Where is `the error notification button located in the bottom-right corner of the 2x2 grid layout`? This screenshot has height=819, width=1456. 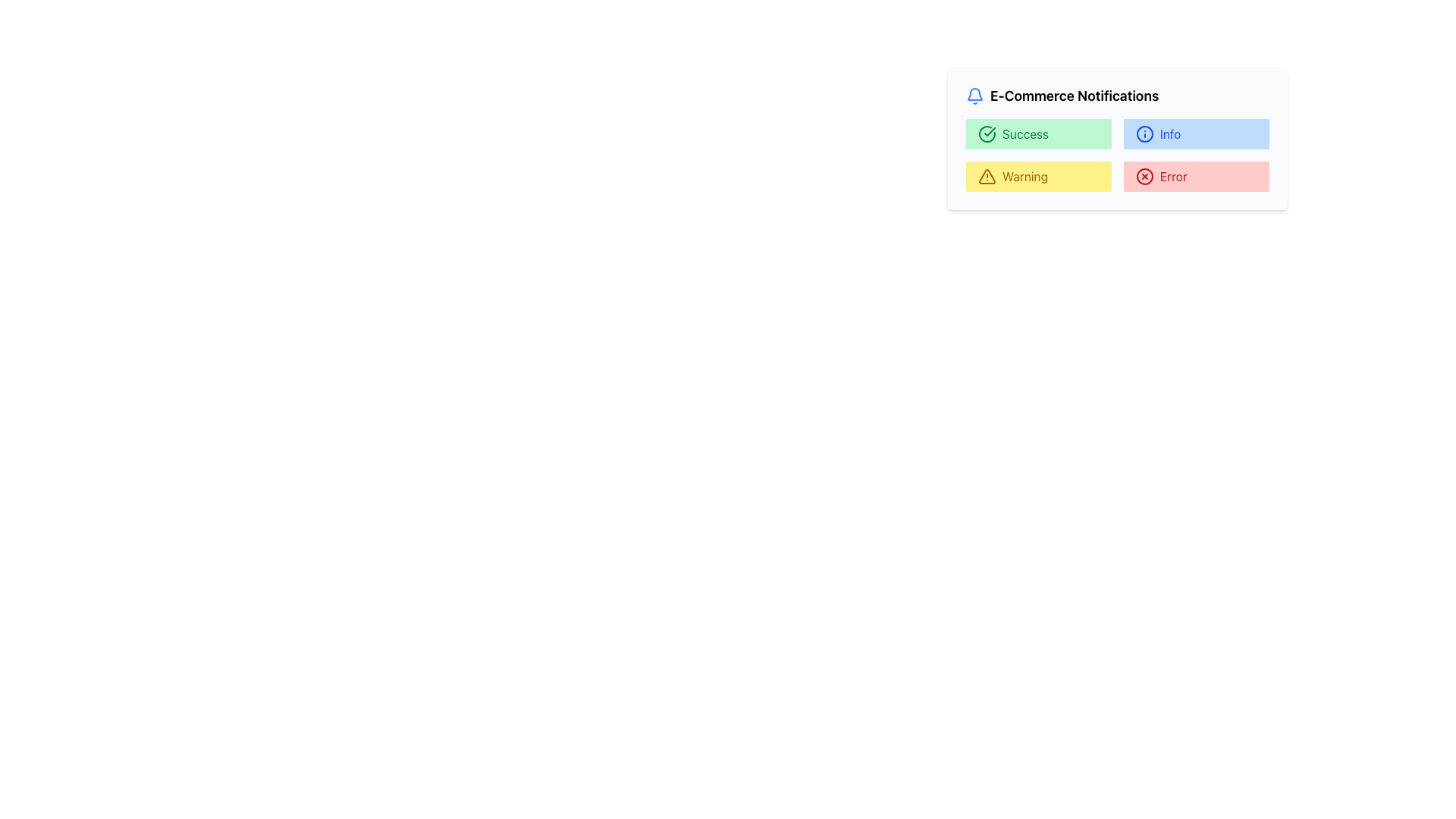 the error notification button located in the bottom-right corner of the 2x2 grid layout is located at coordinates (1196, 175).